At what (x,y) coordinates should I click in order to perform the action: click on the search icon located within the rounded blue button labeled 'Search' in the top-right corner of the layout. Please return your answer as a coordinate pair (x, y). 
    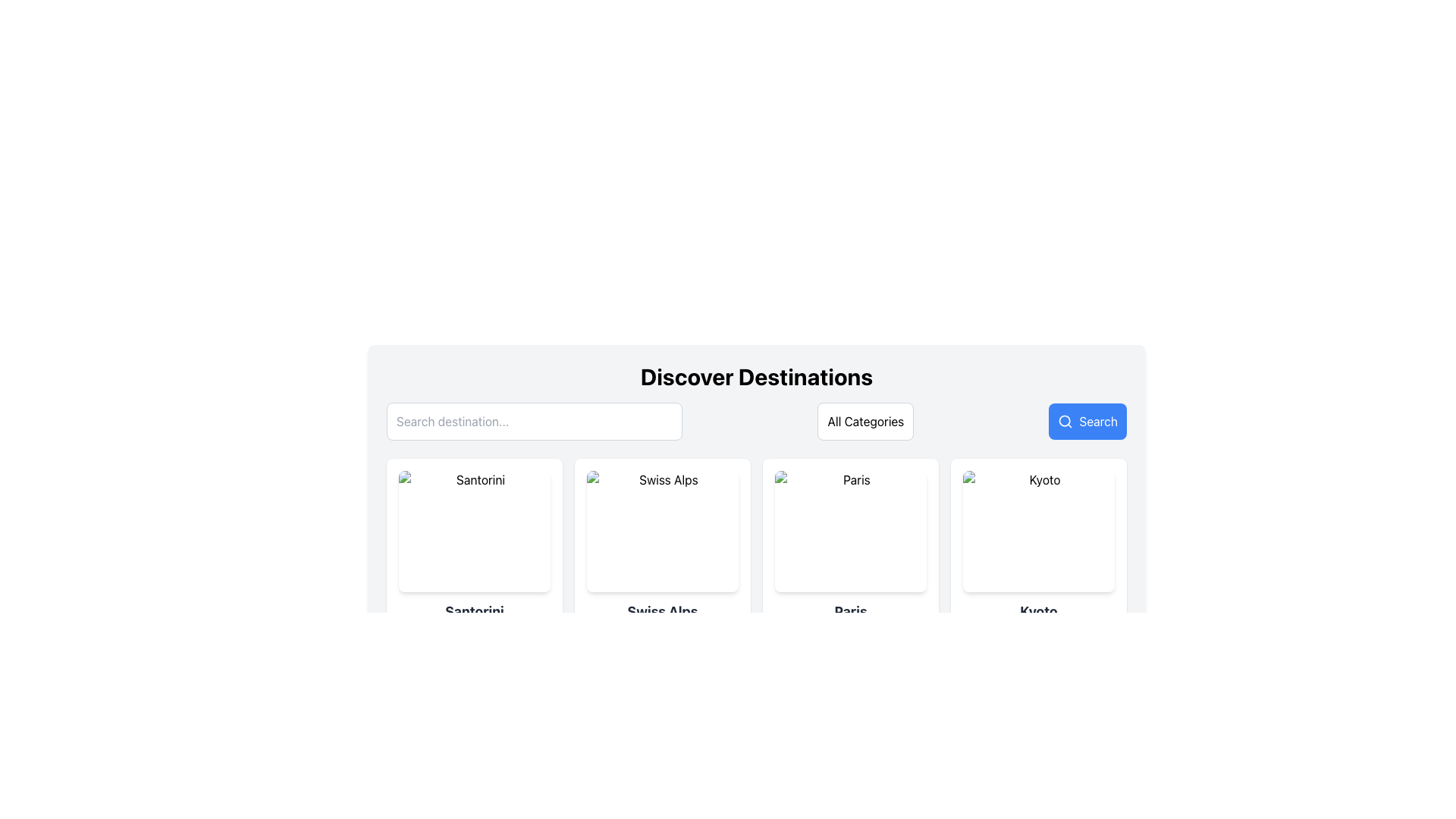
    Looking at the image, I should click on (1065, 421).